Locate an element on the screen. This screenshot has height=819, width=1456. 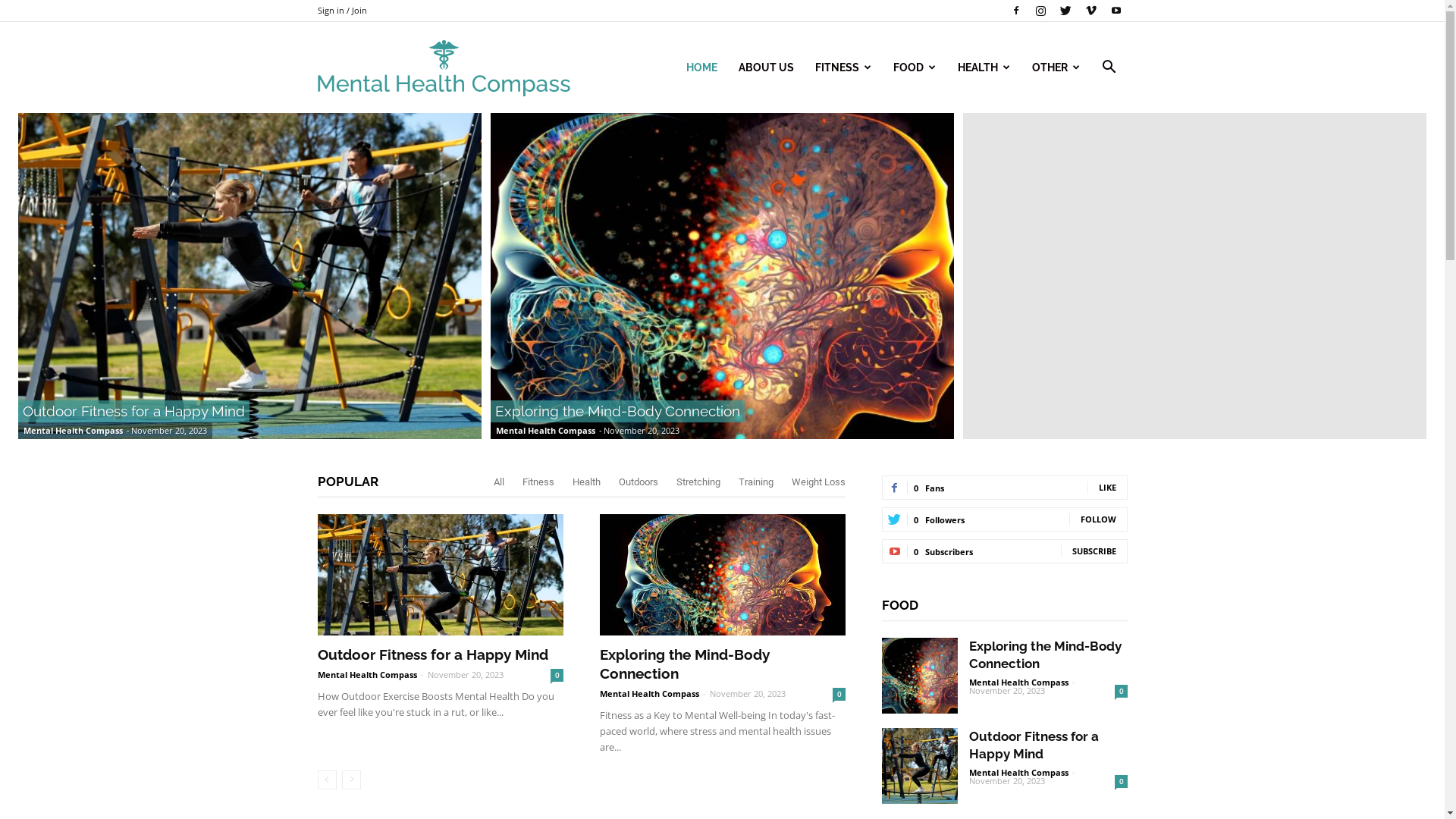
'Mental Health Compass Logo' is located at coordinates (442, 67).